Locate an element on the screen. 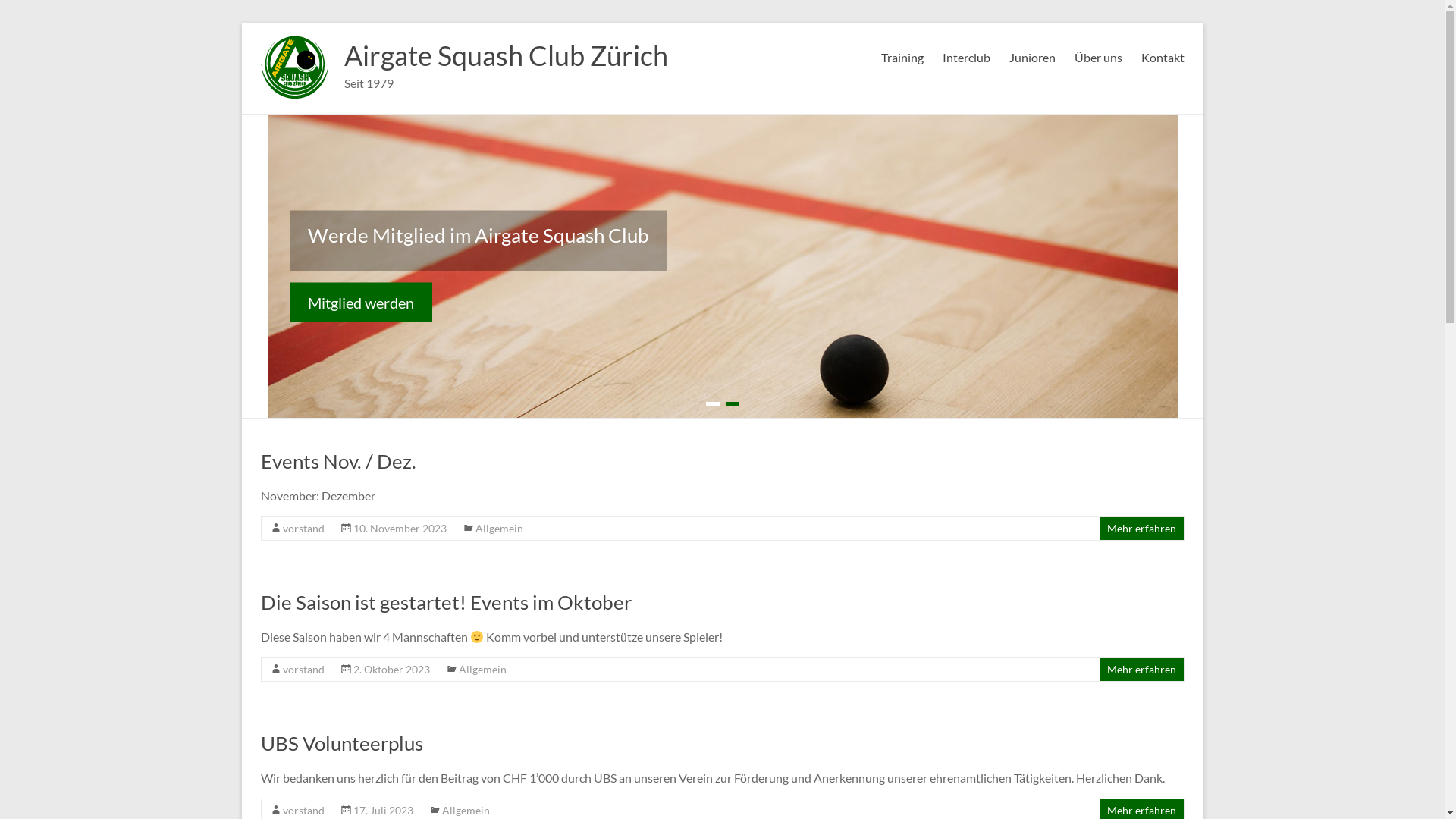 The image size is (1456, 819). '1' is located at coordinates (711, 403).